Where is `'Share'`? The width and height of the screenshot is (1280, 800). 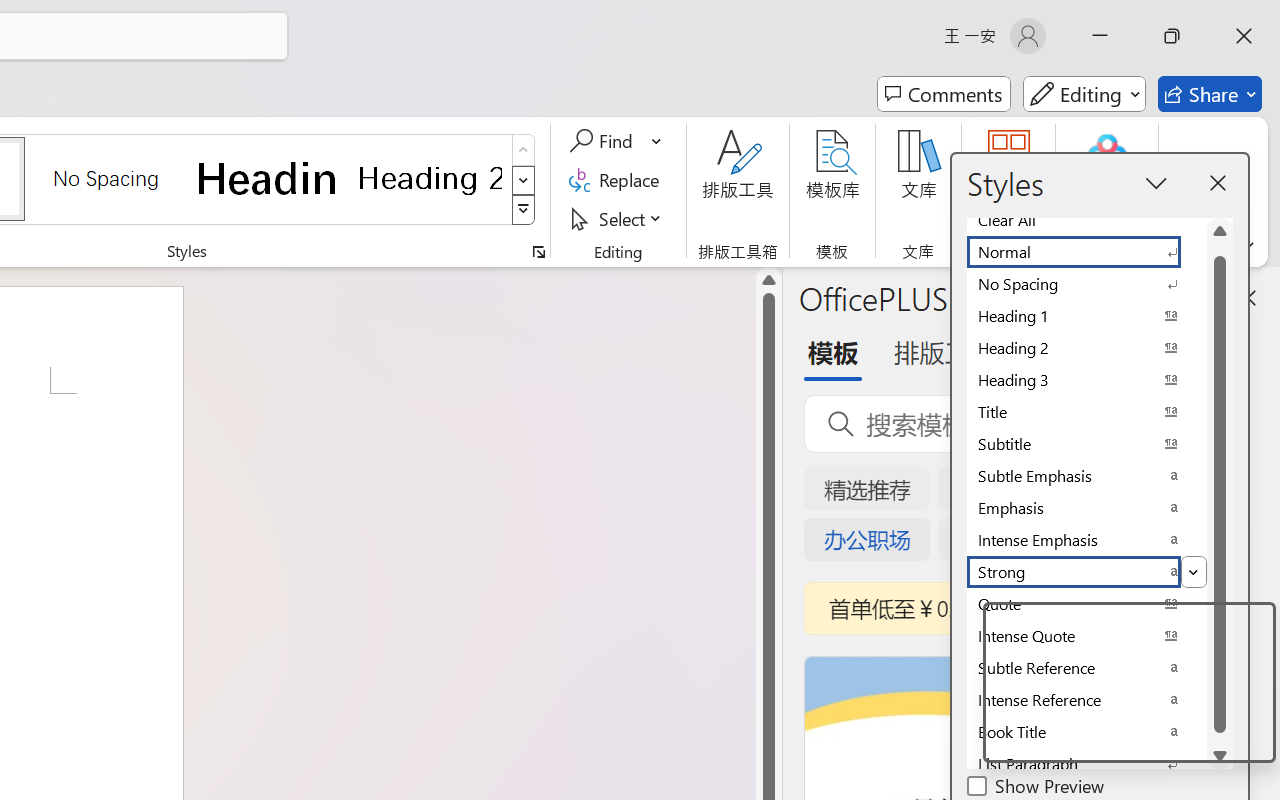
'Share' is located at coordinates (1209, 94).